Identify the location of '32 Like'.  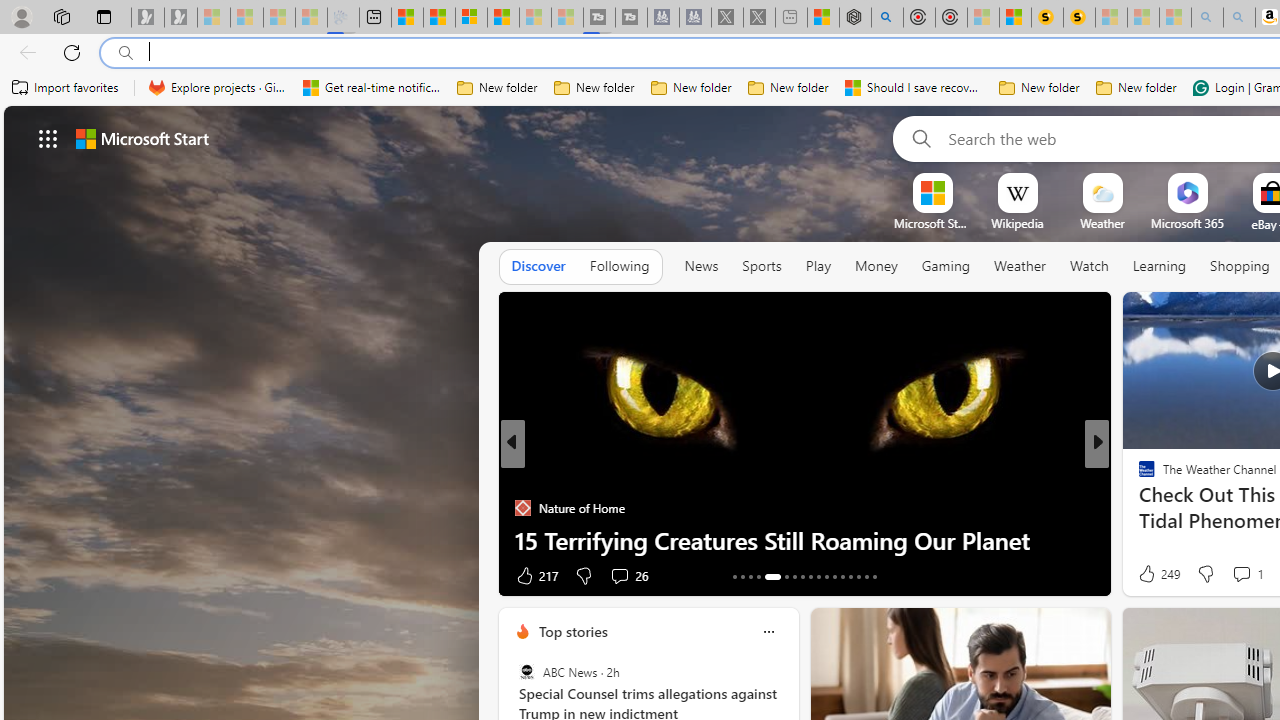
(1149, 575).